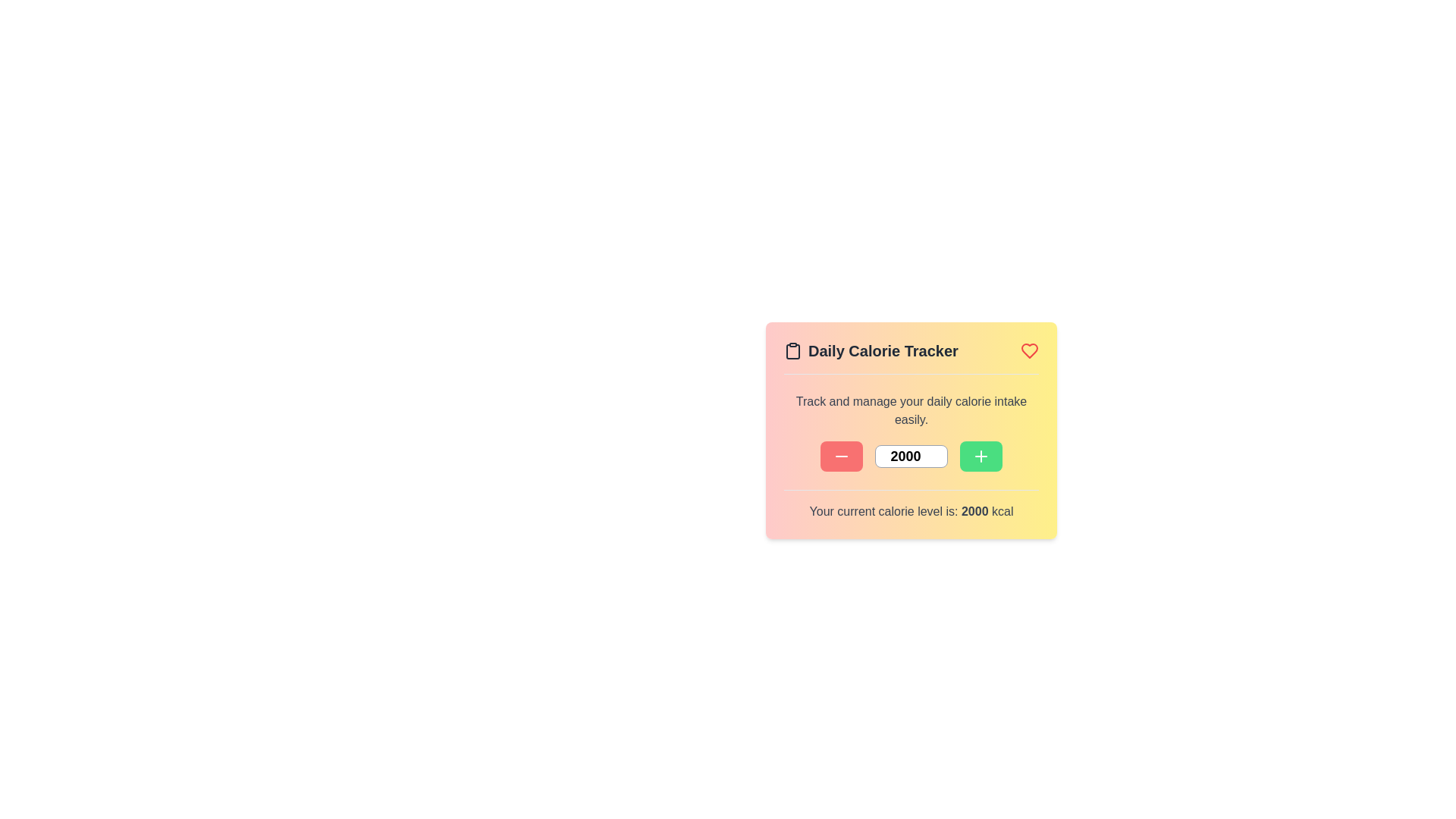 This screenshot has height=819, width=1456. Describe the element at coordinates (910, 505) in the screenshot. I see `the static informational display showing the current calorie level at the bottom of the calorie tracking widget` at that location.